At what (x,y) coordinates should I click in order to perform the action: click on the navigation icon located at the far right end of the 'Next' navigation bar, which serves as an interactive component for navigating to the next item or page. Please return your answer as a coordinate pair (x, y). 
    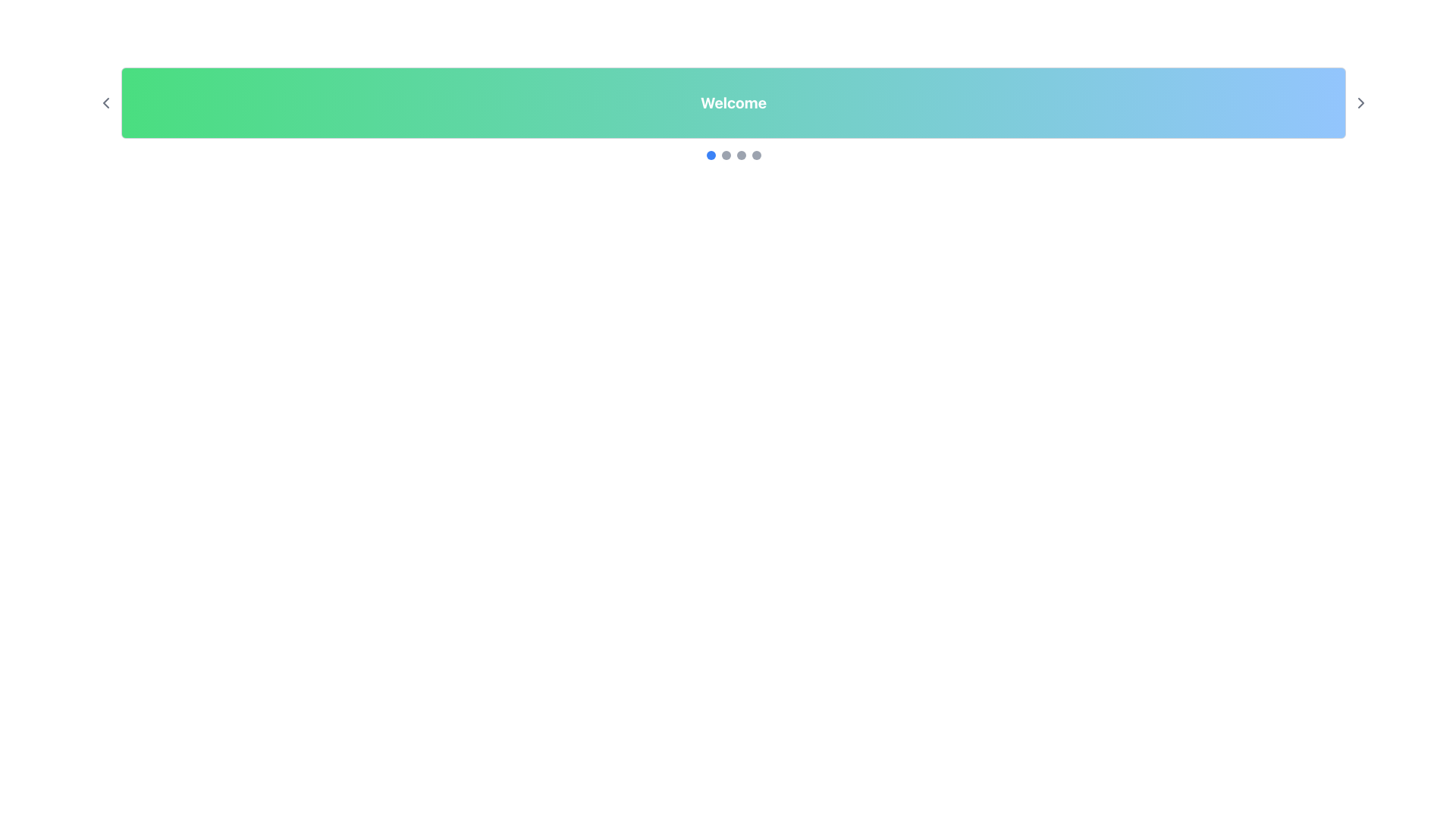
    Looking at the image, I should click on (1361, 102).